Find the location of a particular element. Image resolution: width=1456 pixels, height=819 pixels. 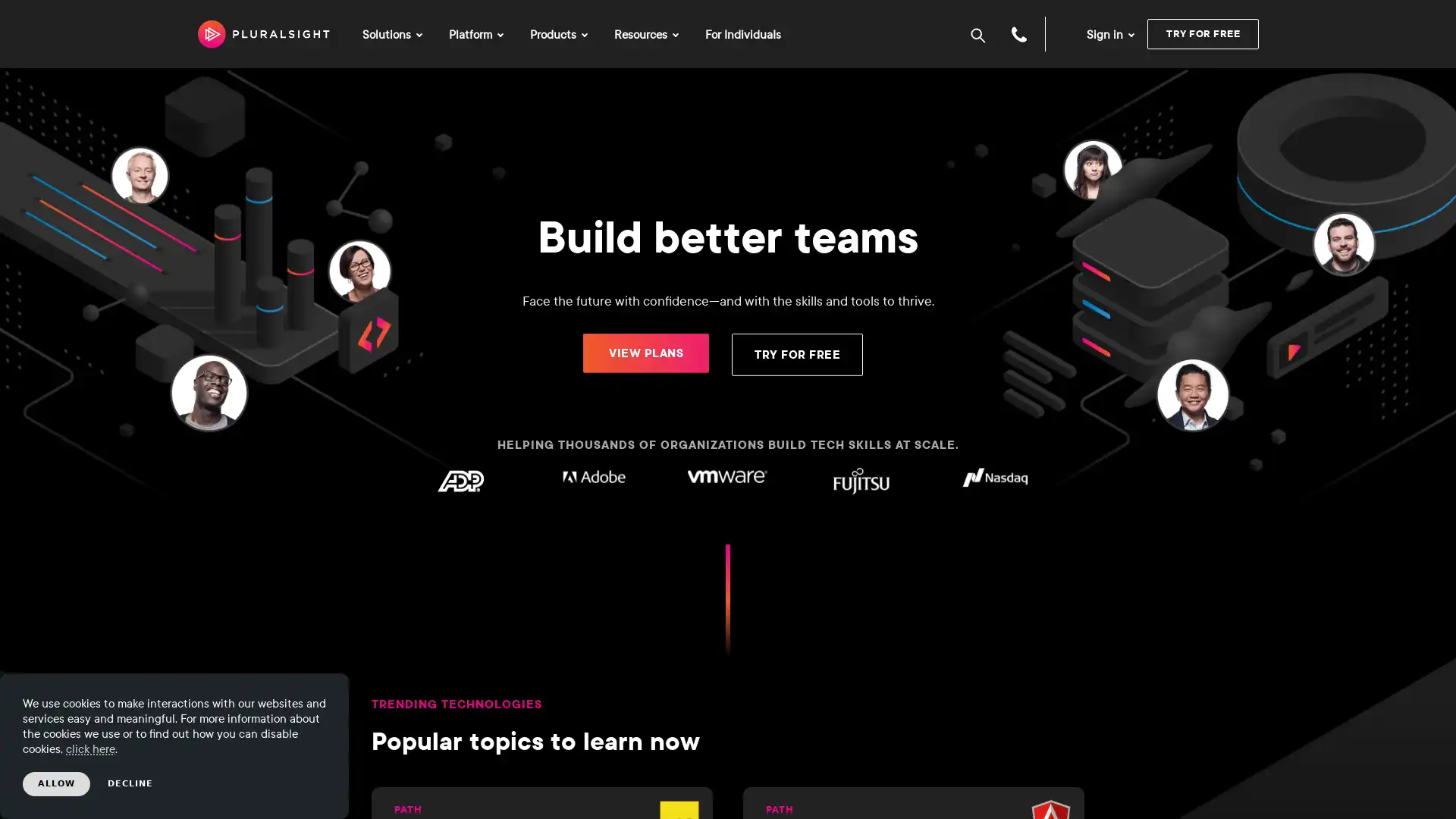

ALLOW is located at coordinates (56, 783).